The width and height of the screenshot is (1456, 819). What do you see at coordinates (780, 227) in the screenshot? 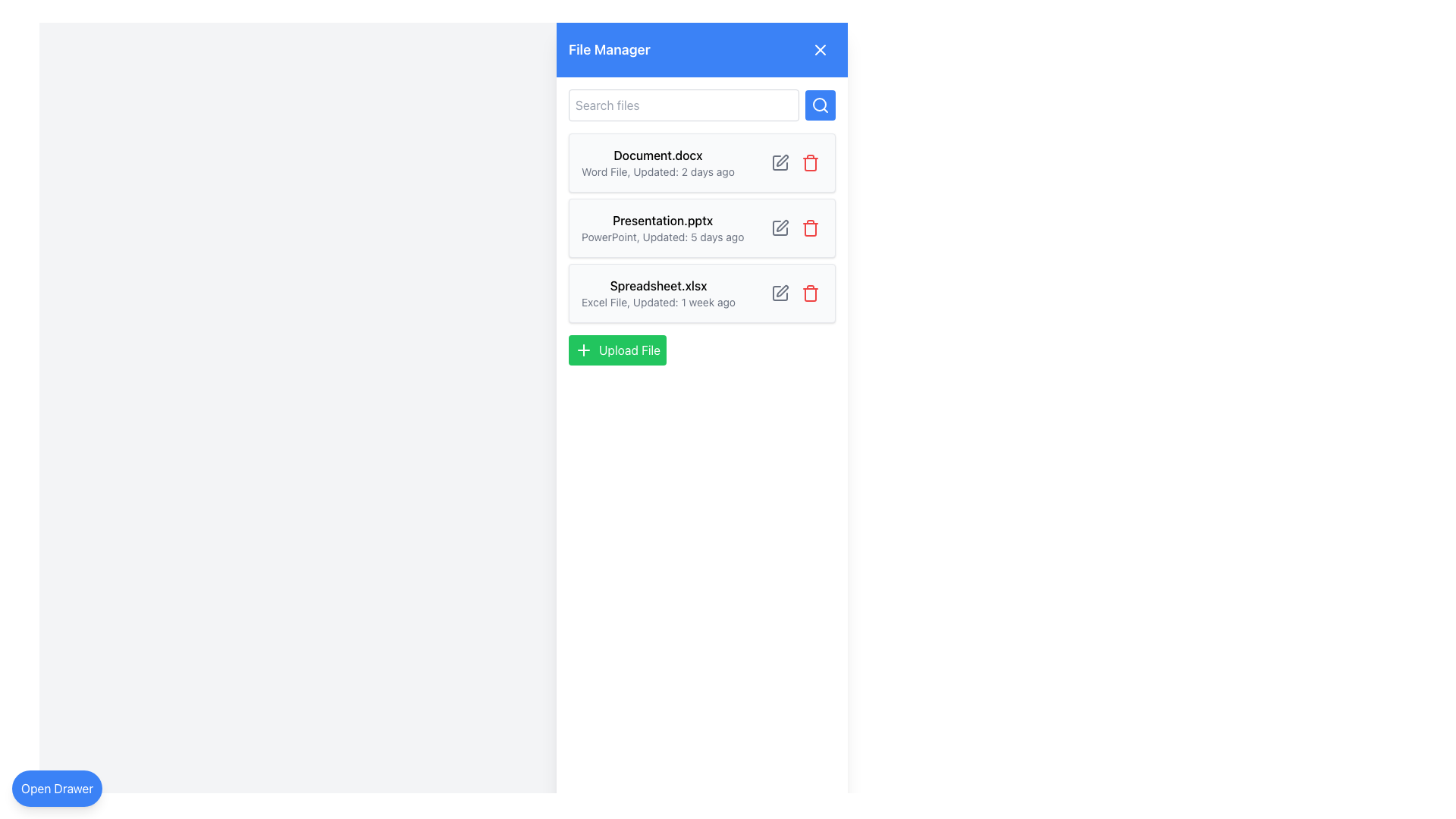
I see `the pencil-shaped edit icon located to the right of the 'Presentation.pptx' label in the file manager interface` at bounding box center [780, 227].